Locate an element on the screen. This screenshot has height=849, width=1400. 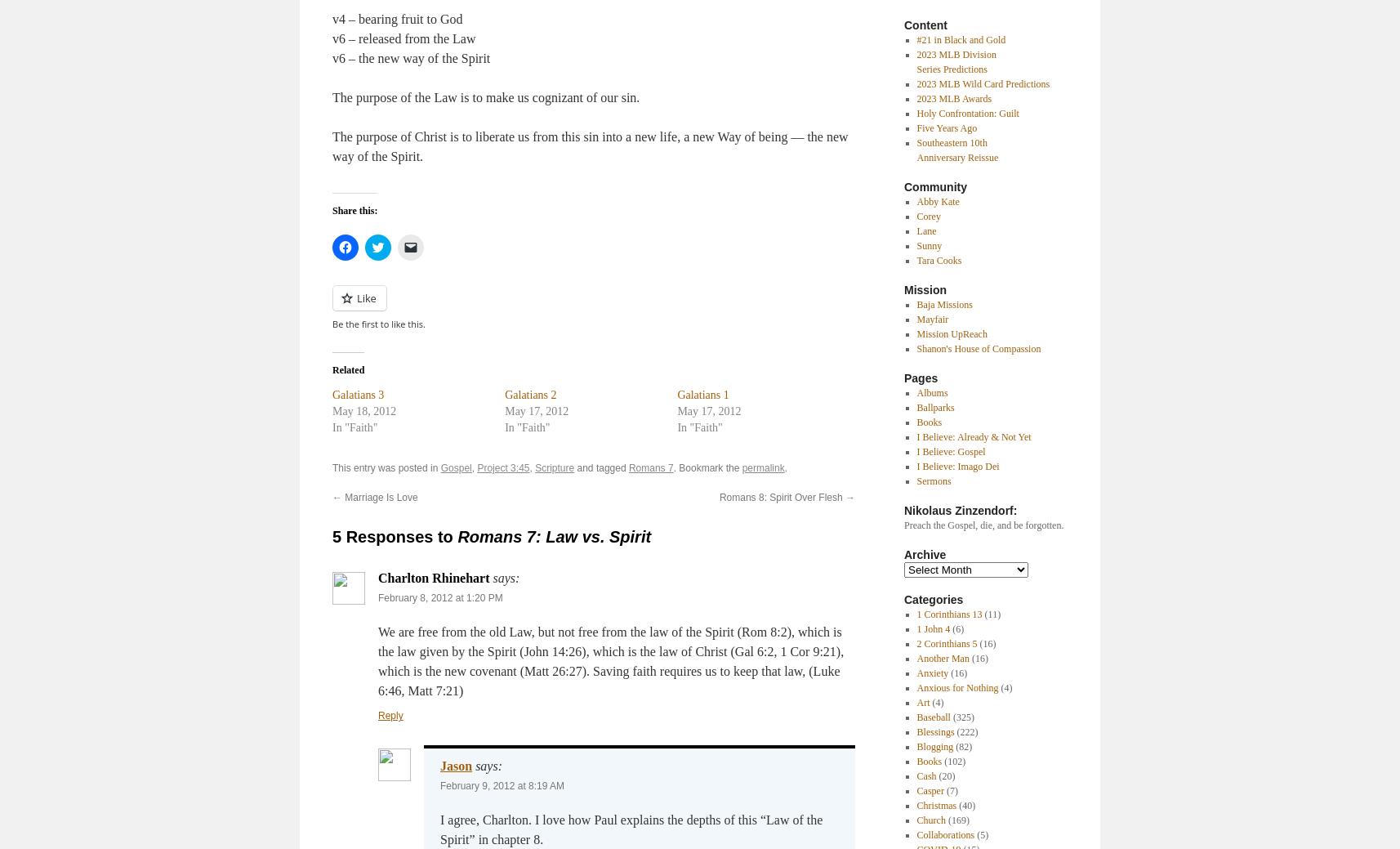
'Nikolaus Zinzendorf:' is located at coordinates (959, 510).